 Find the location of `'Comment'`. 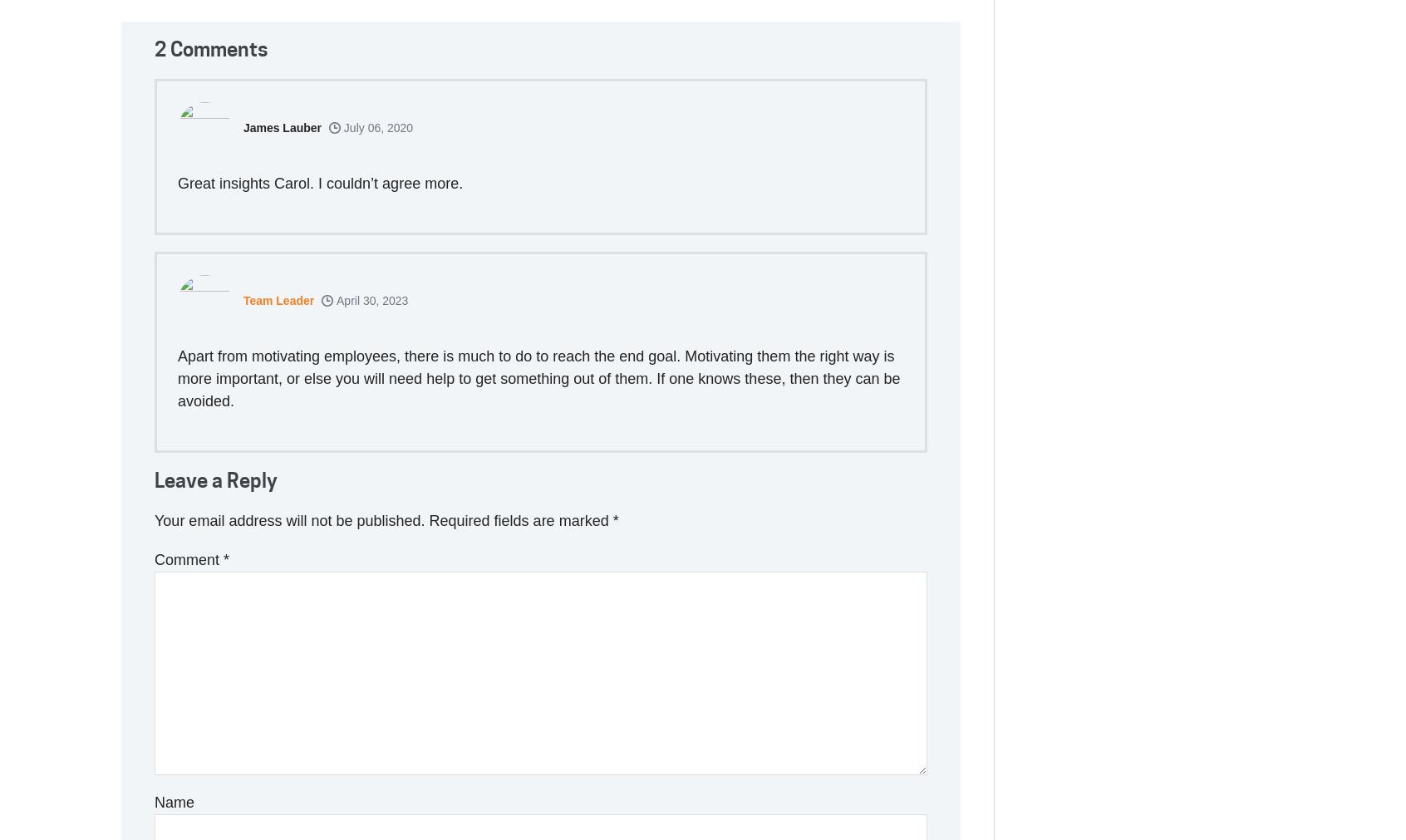

'Comment' is located at coordinates (189, 559).